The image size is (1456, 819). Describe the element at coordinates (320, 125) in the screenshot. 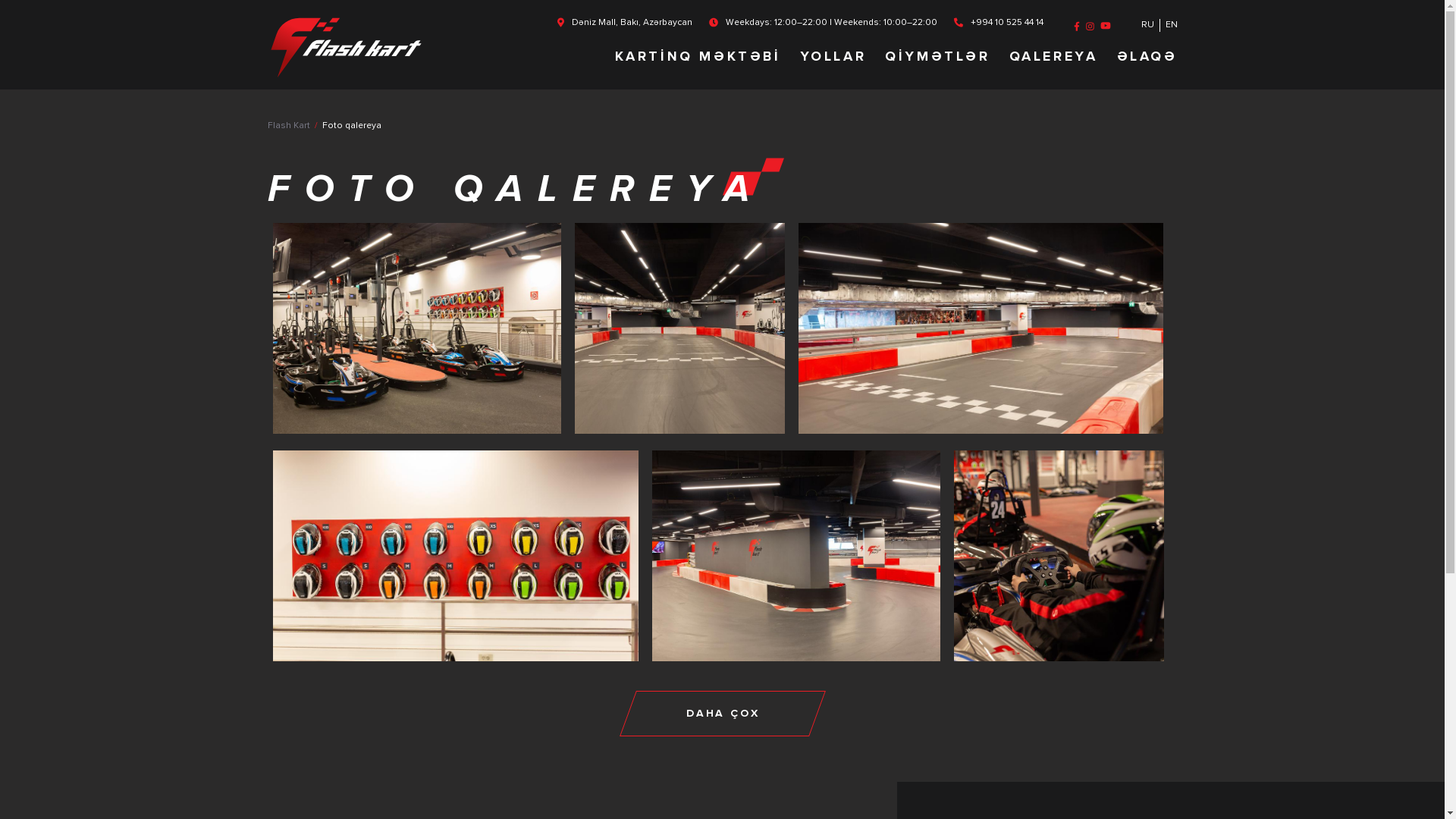

I see `'Foto qalereya'` at that location.